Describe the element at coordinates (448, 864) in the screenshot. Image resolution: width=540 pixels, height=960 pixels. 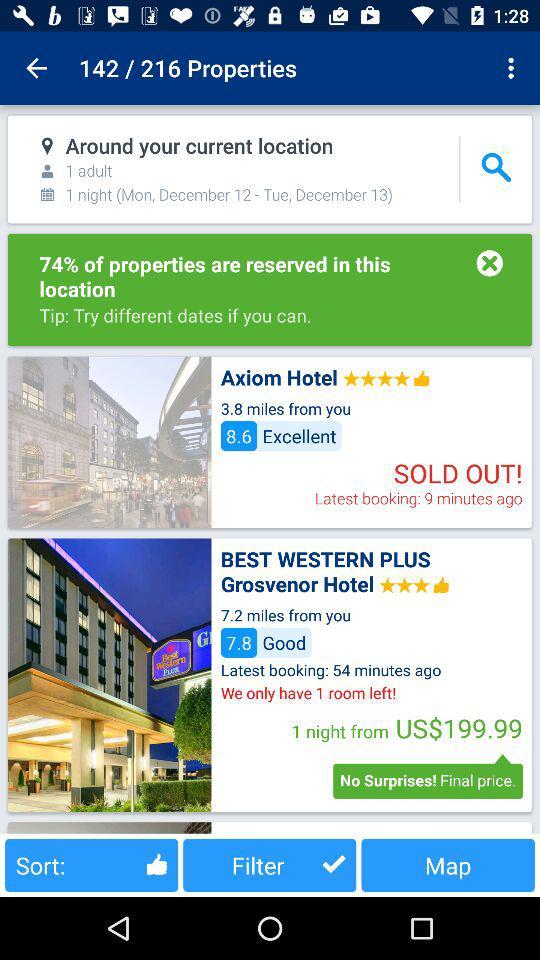
I see `map button which is at bottom right corner` at that location.